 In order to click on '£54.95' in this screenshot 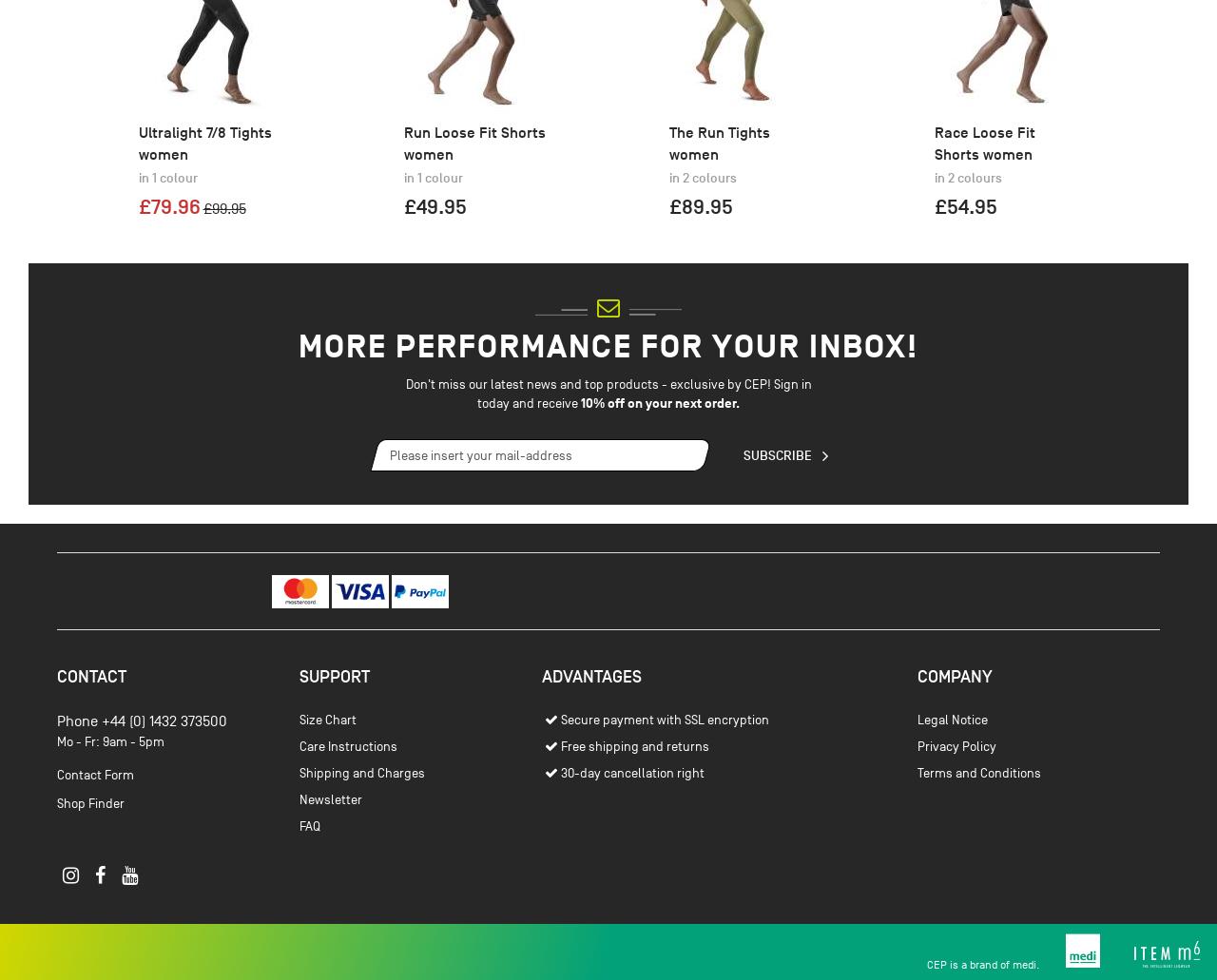, I will do `click(965, 307)`.